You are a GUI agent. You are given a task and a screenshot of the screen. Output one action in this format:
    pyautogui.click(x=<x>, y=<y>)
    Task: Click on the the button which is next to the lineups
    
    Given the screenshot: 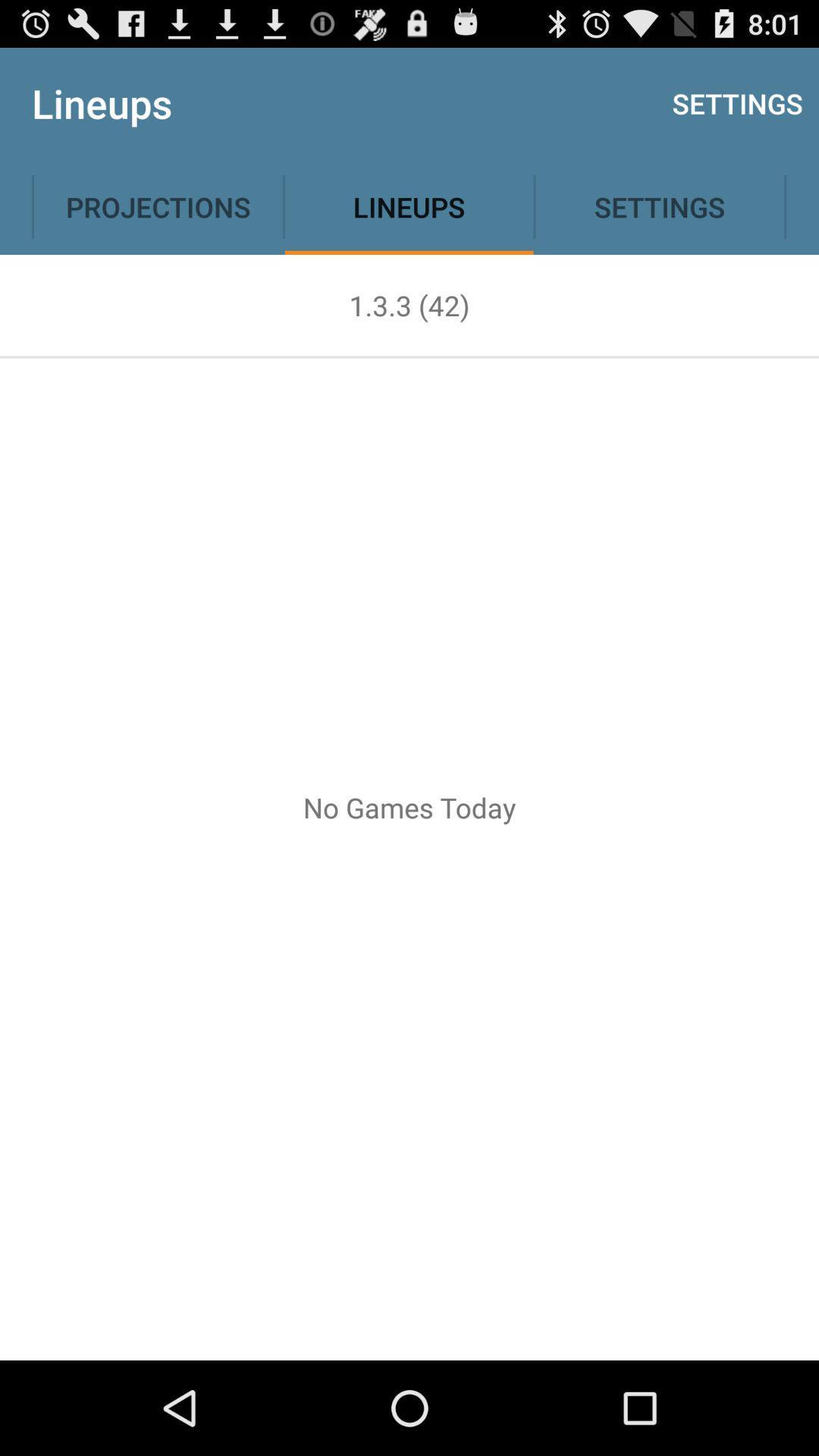 What is the action you would take?
    pyautogui.click(x=659, y=206)
    